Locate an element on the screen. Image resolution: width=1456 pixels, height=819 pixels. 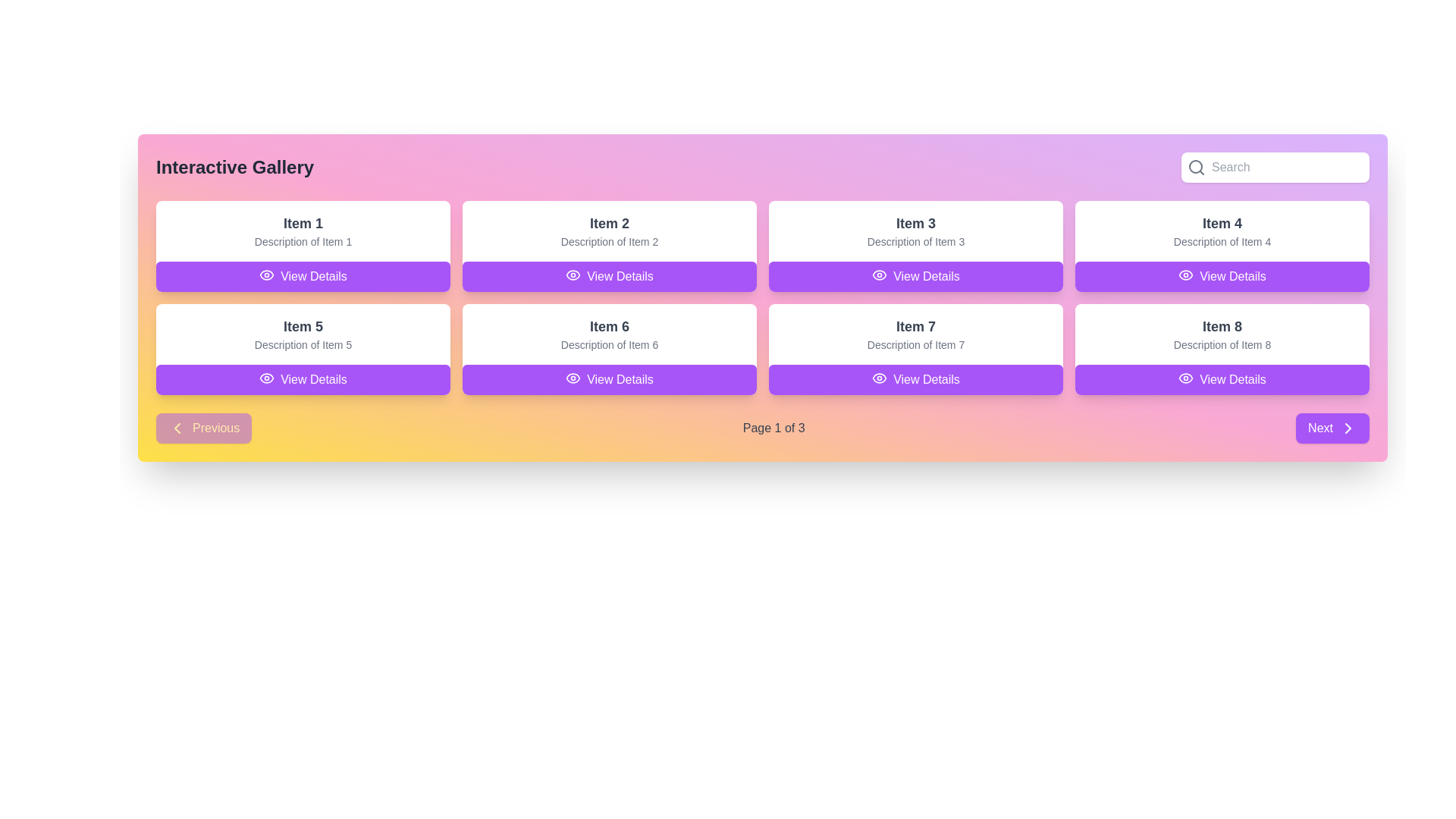
the label that serves as a title and description for the item, which is the third card from the left in the top row of the grid layout is located at coordinates (915, 231).